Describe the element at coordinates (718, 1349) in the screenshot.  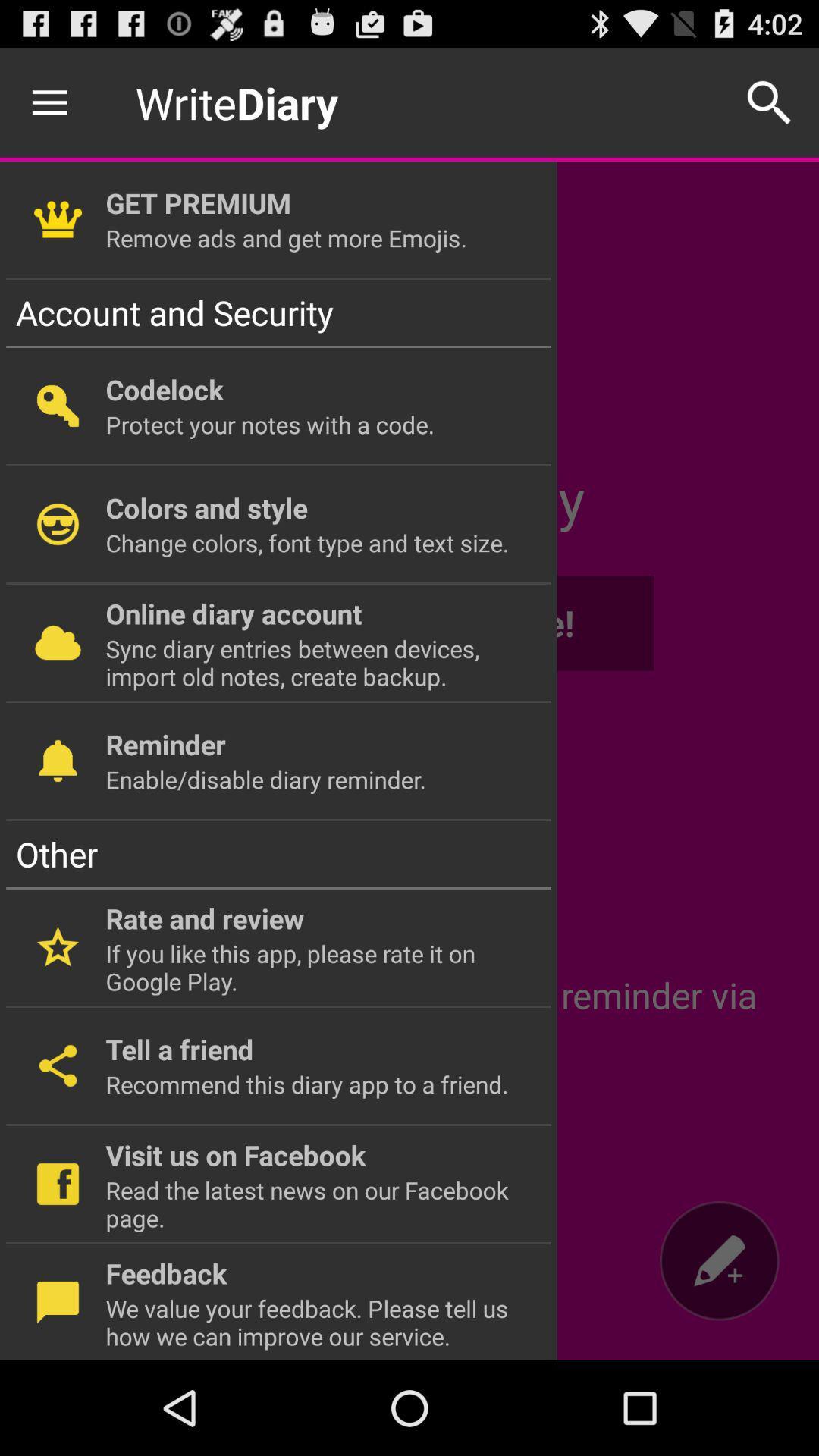
I see `the edit icon` at that location.